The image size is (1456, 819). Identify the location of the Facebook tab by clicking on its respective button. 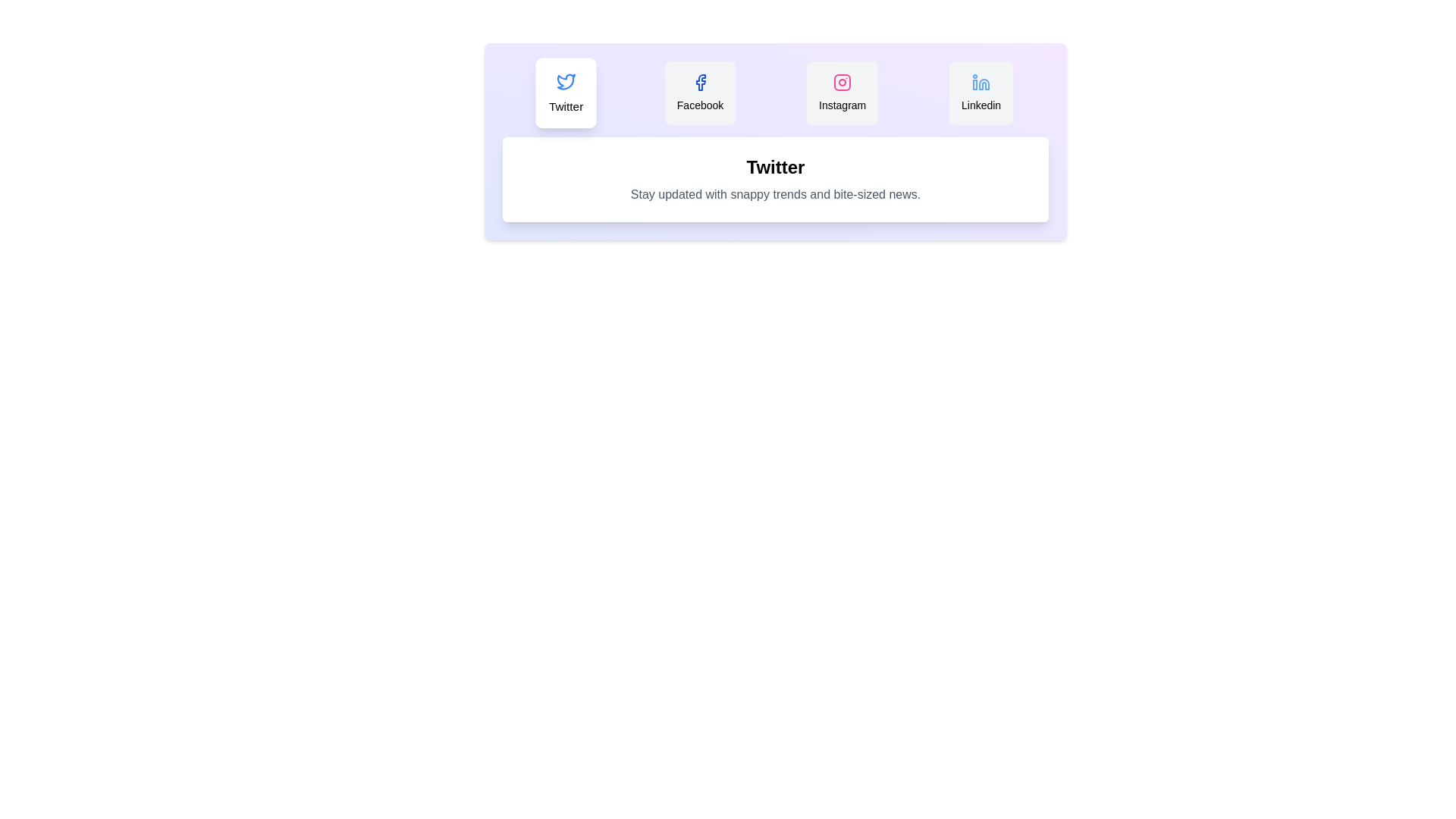
(699, 93).